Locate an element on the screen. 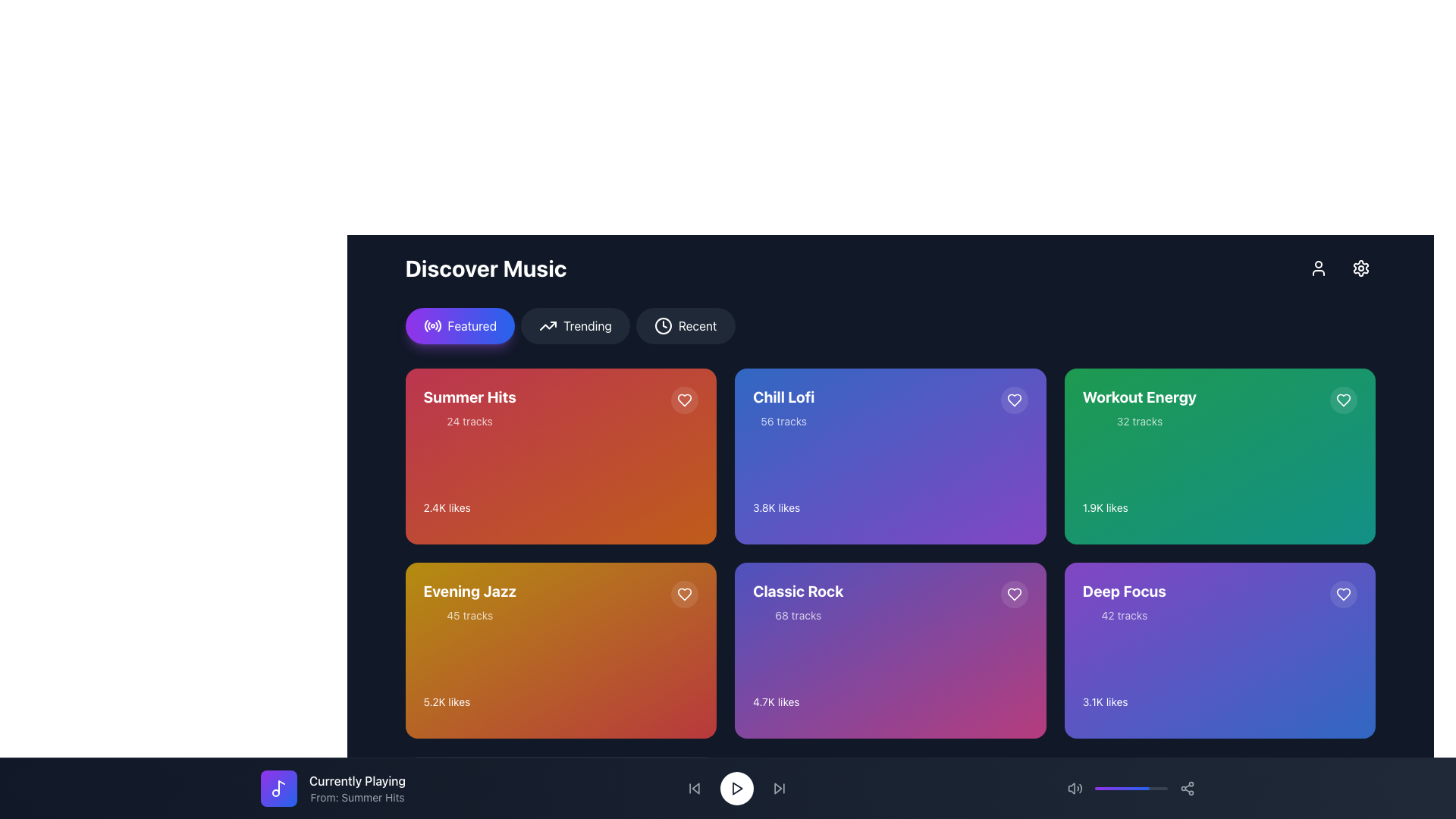 The height and width of the screenshot is (819, 1456). the appearance of the music icon located at the bottom left of the interface, next to the text components 'Currently Playing' and 'From: Summer Hits' is located at coordinates (279, 788).